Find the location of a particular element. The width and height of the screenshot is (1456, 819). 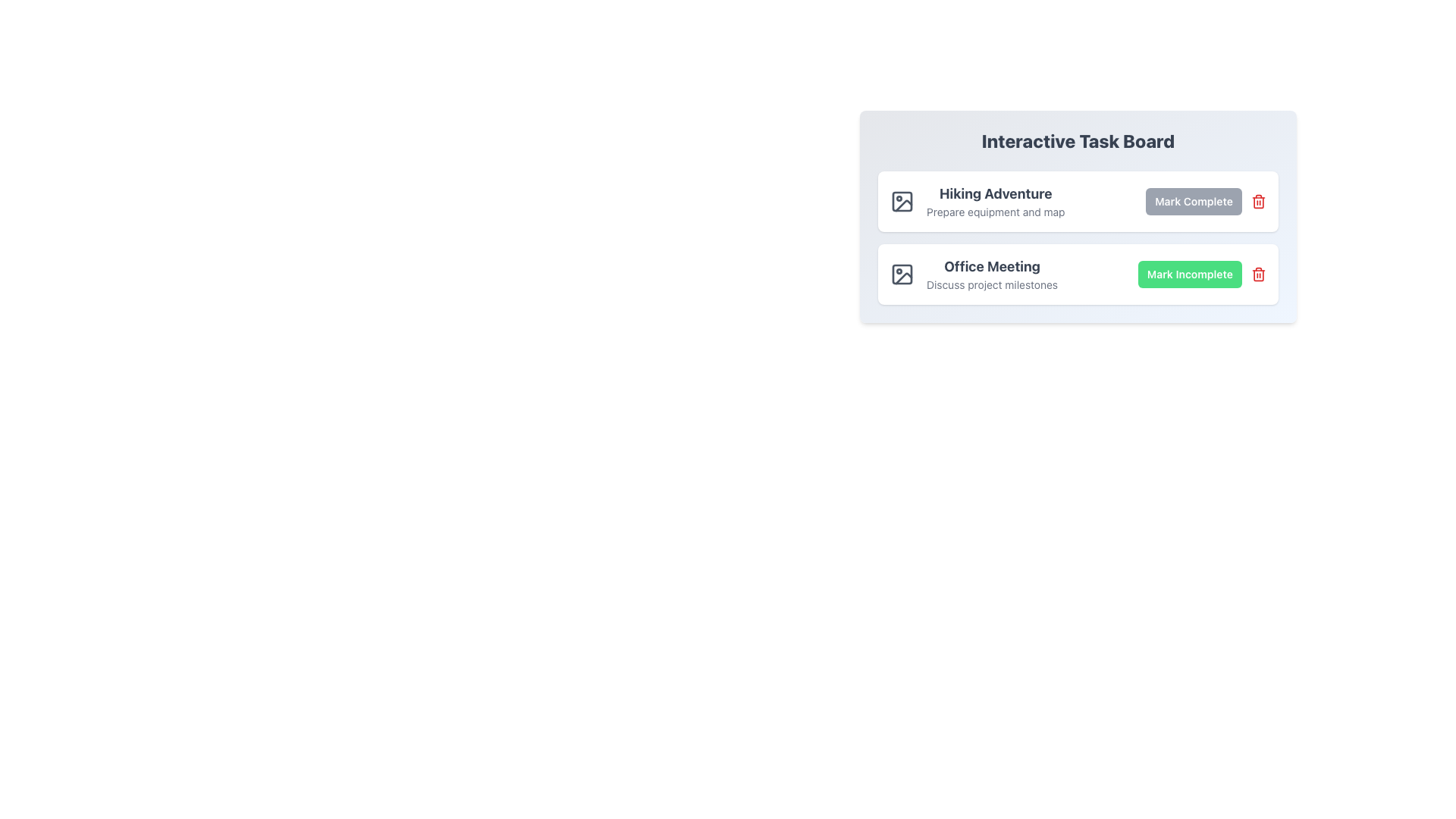

the icon depicting an image placeholder located to the left of the text 'Hiking Adventure' in the first task row of the task board is located at coordinates (902, 201).